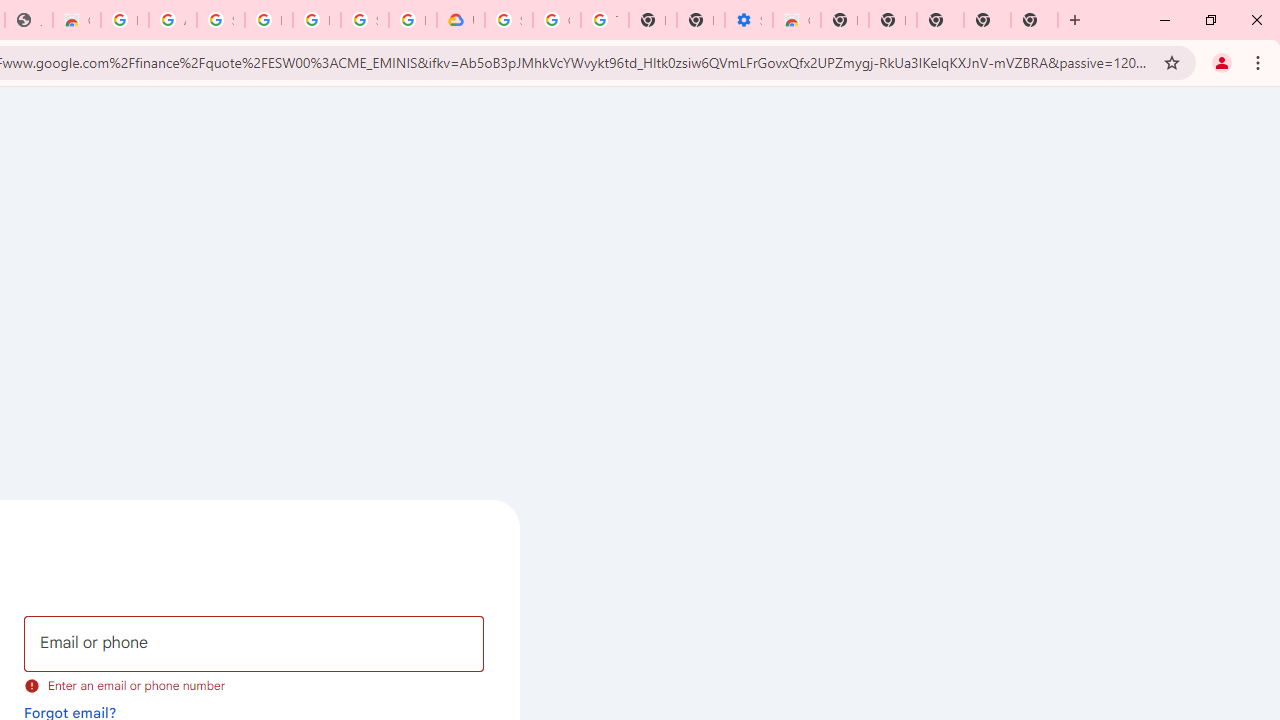  What do you see at coordinates (1034, 20) in the screenshot?
I see `'New Tab'` at bounding box center [1034, 20].